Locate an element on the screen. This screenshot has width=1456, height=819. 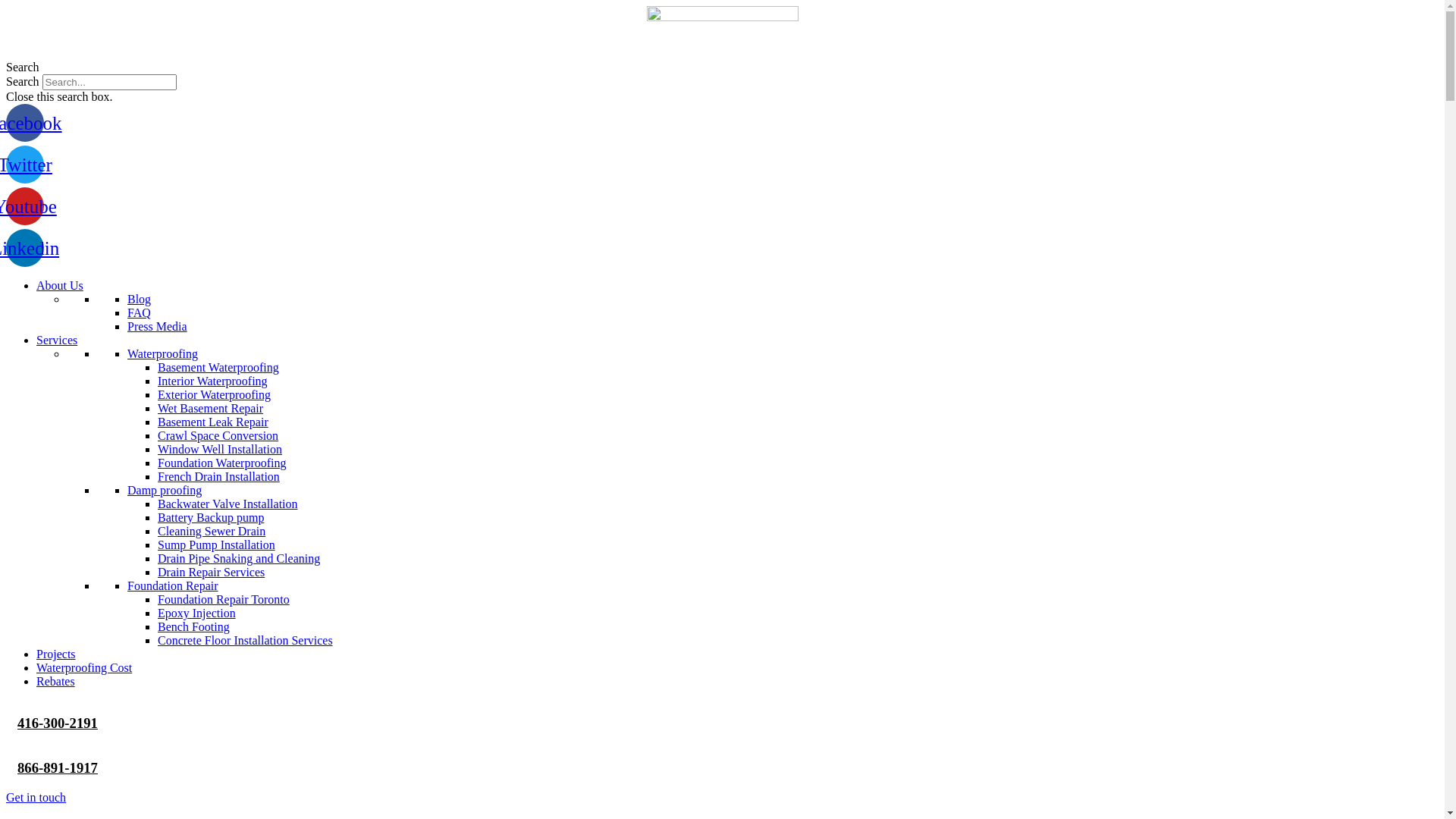
'Exterior Waterproofing' is located at coordinates (213, 394).